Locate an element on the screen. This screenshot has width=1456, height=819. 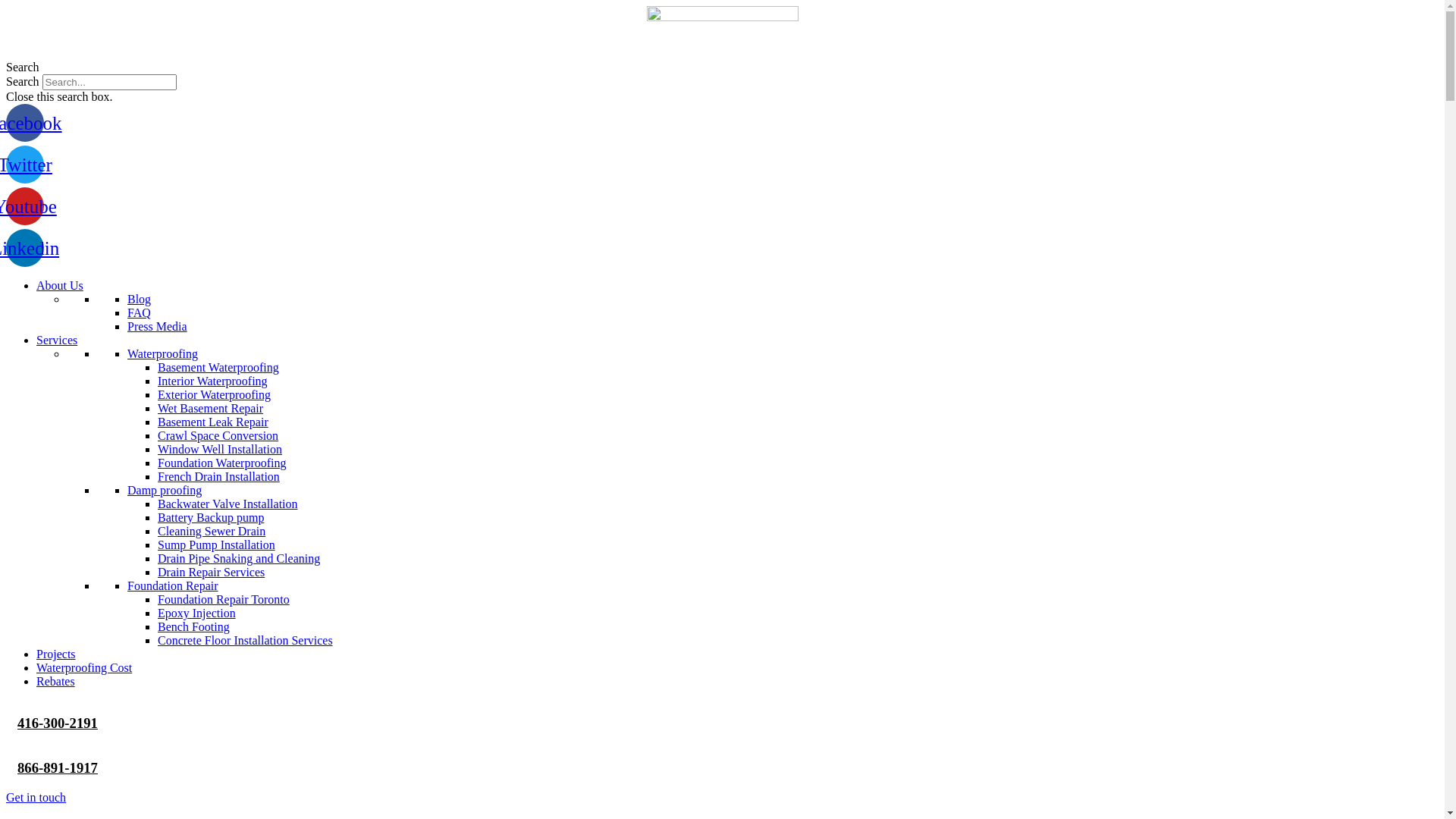
'Exterior Waterproofing' is located at coordinates (213, 394).